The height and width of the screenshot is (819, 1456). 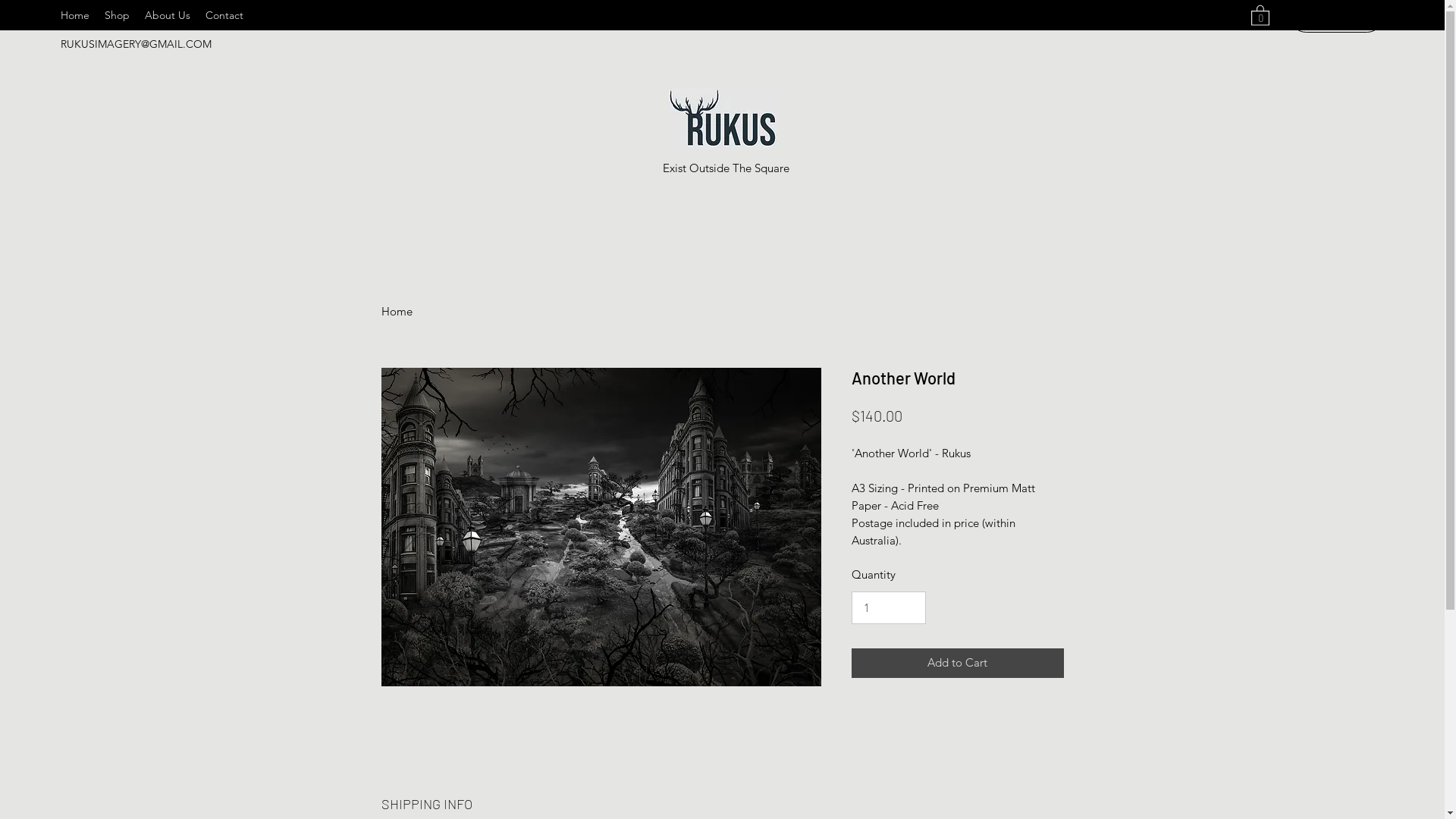 What do you see at coordinates (224, 14) in the screenshot?
I see `'Contact'` at bounding box center [224, 14].